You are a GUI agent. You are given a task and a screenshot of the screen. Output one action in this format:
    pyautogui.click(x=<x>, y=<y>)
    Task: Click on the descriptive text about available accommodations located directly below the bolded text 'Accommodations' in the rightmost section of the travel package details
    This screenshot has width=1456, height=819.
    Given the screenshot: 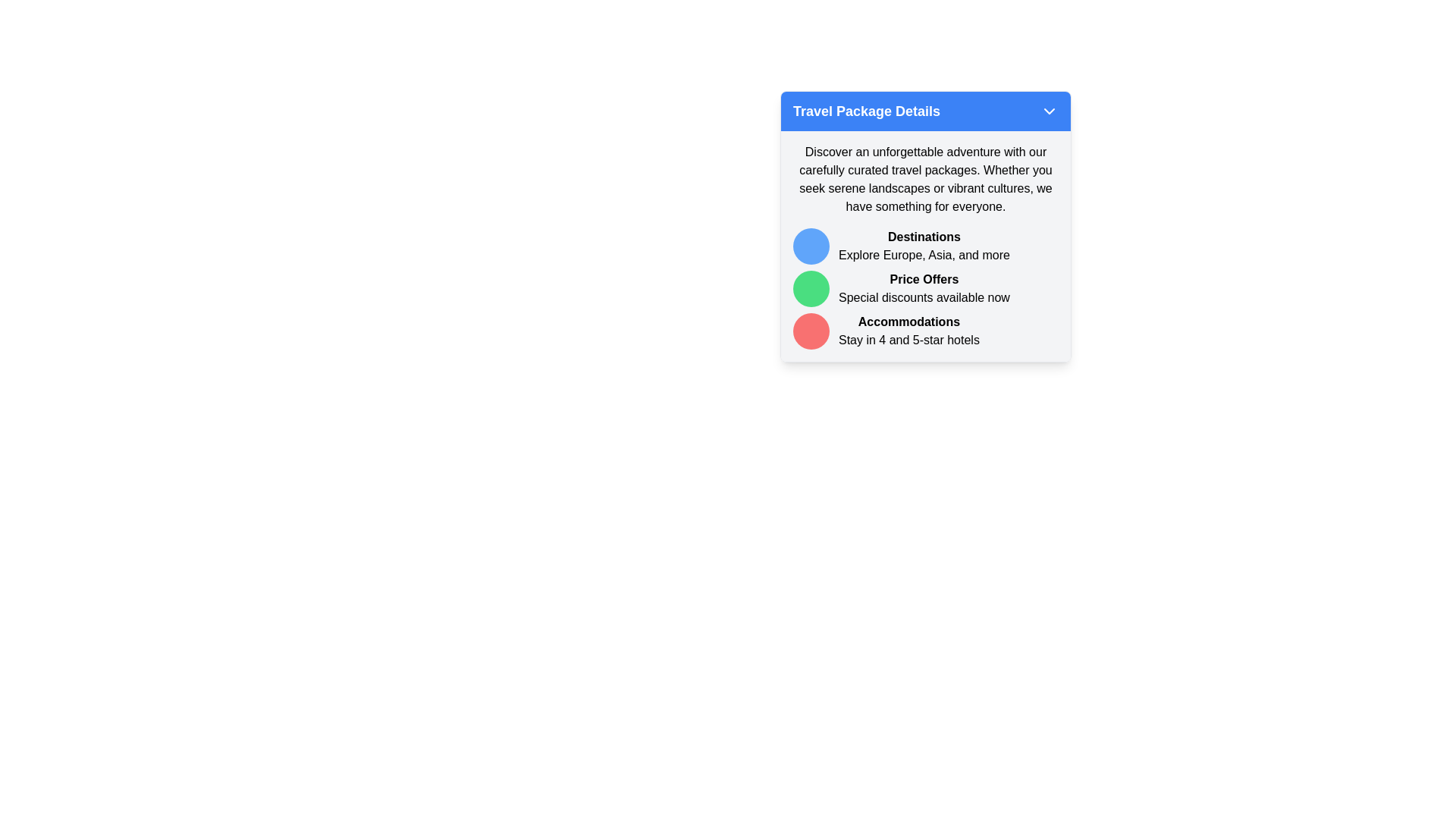 What is the action you would take?
    pyautogui.click(x=909, y=339)
    